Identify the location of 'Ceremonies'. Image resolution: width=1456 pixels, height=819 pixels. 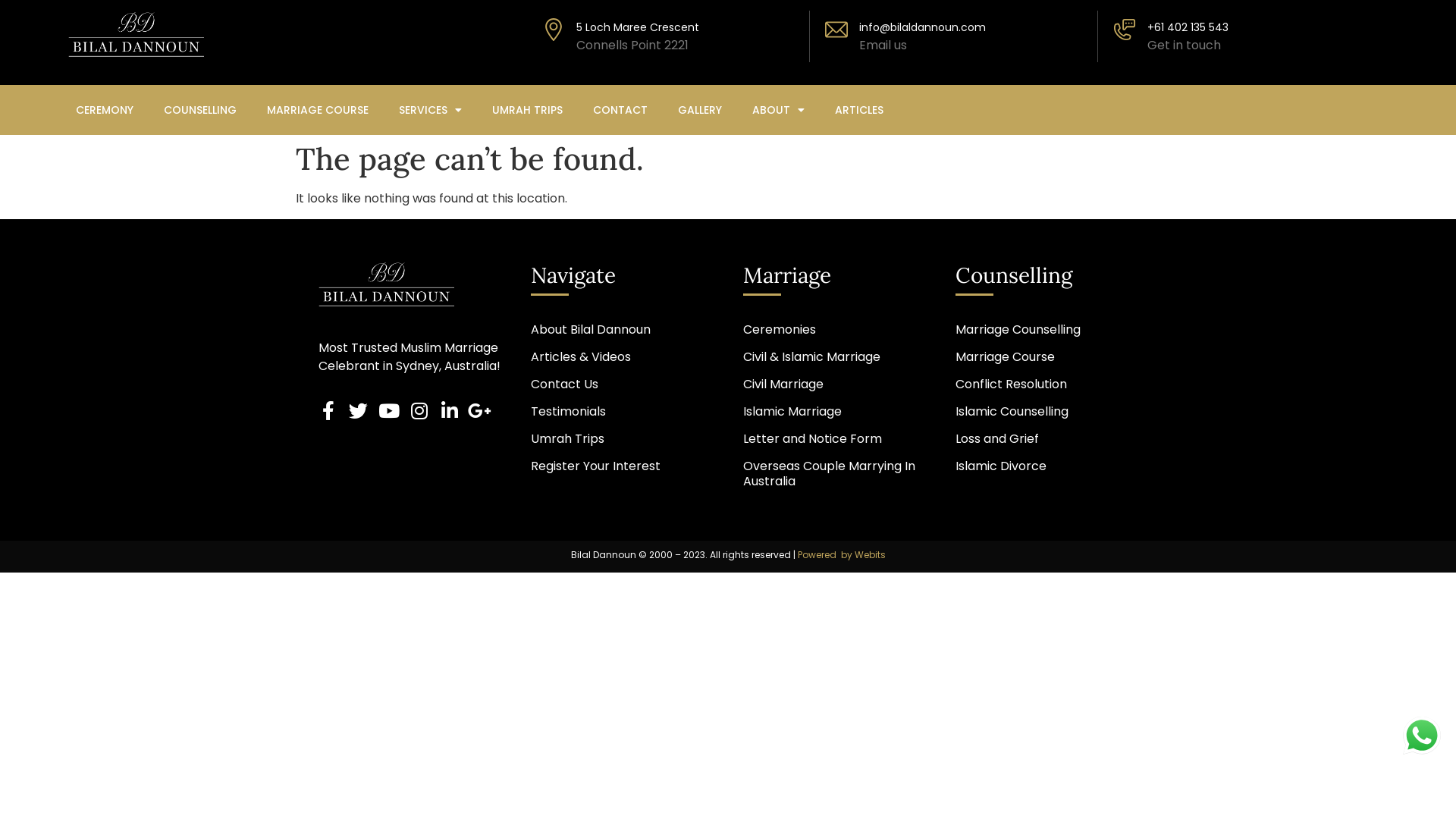
(742, 329).